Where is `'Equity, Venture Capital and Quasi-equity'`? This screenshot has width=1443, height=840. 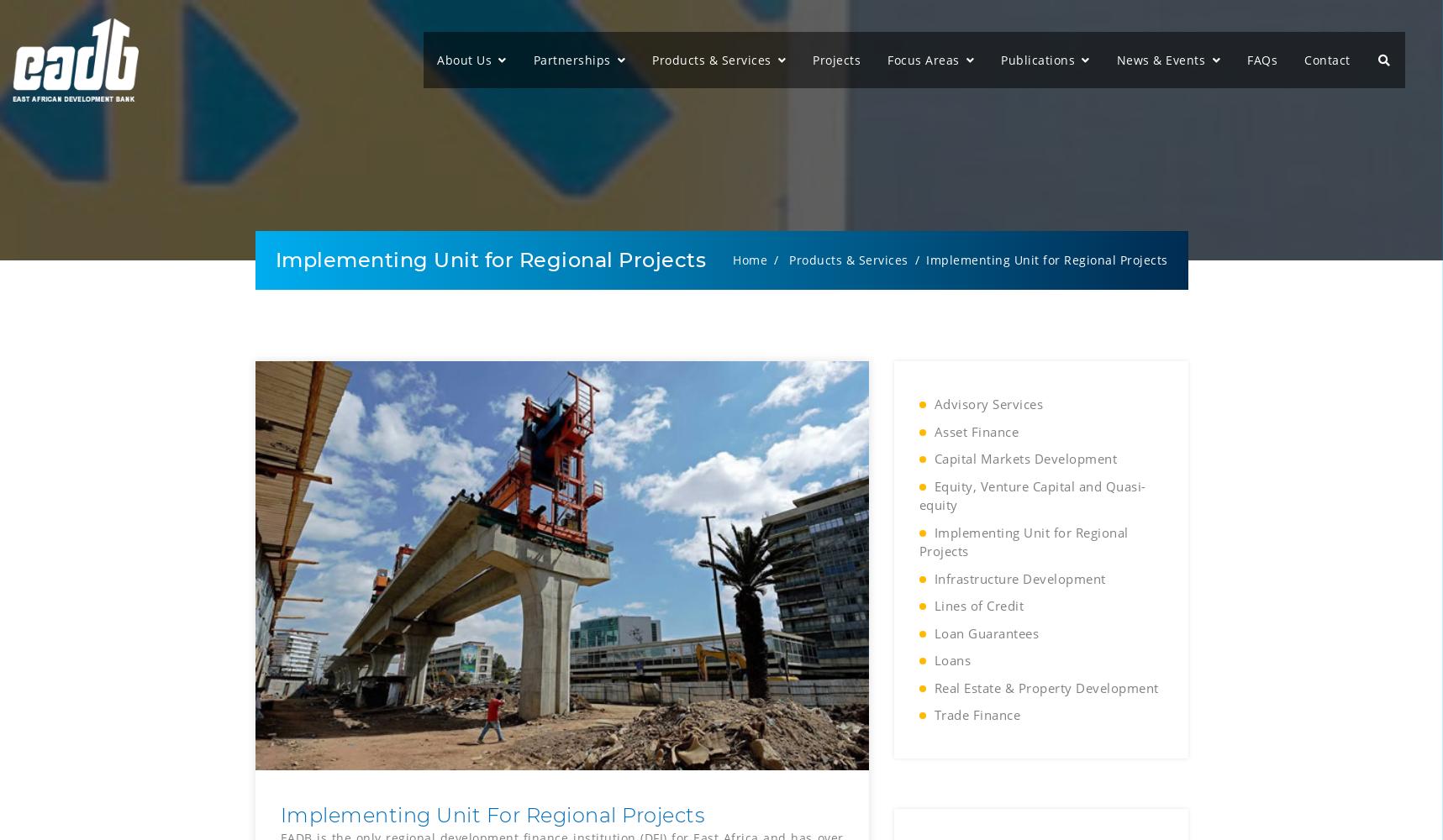
'Equity, Venture Capital and Quasi-equity' is located at coordinates (1030, 494).